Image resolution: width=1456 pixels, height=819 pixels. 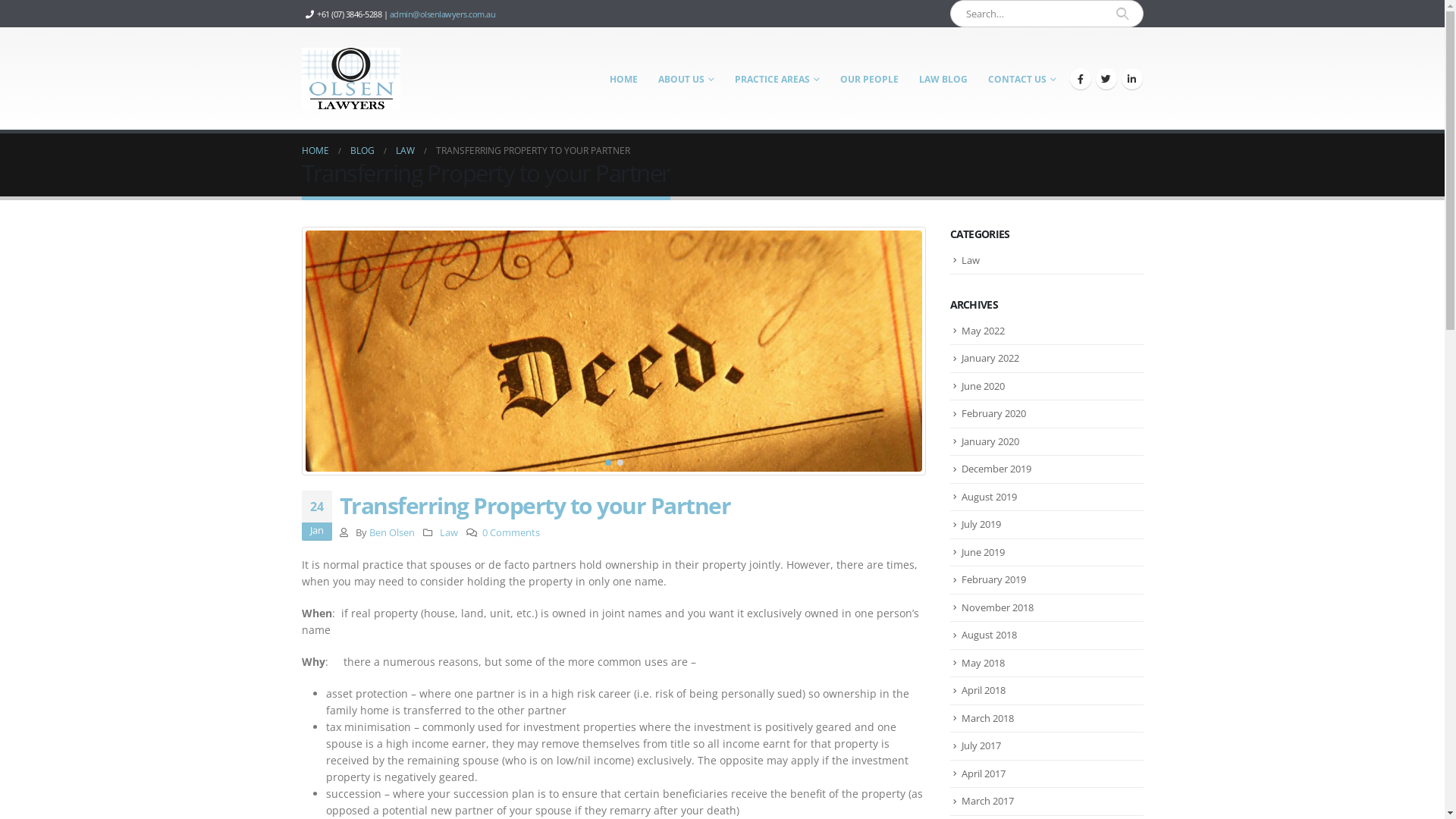 I want to click on 'December 2019', so click(x=996, y=467).